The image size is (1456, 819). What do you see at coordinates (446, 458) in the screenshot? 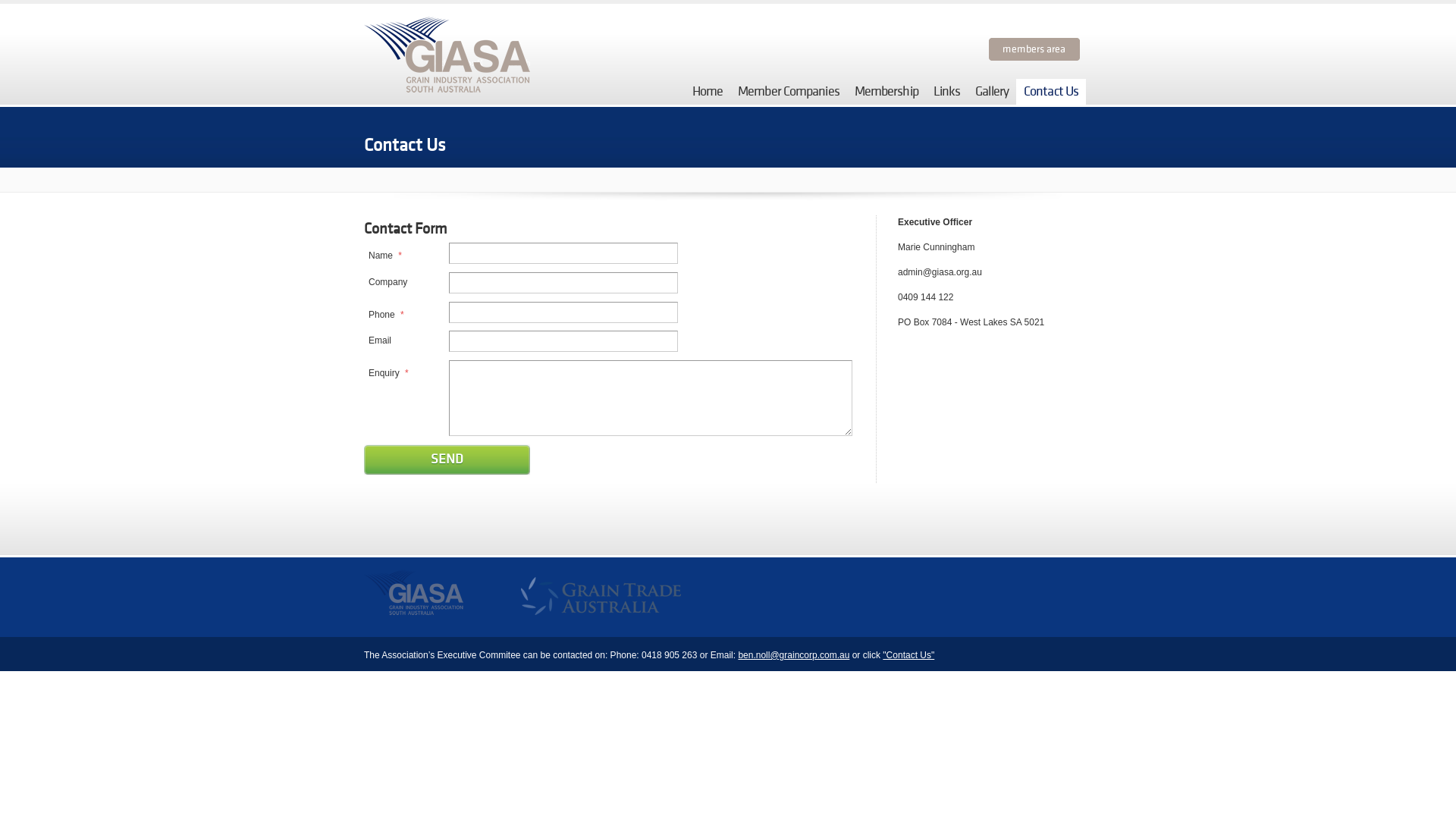
I see `'SEND'` at bounding box center [446, 458].